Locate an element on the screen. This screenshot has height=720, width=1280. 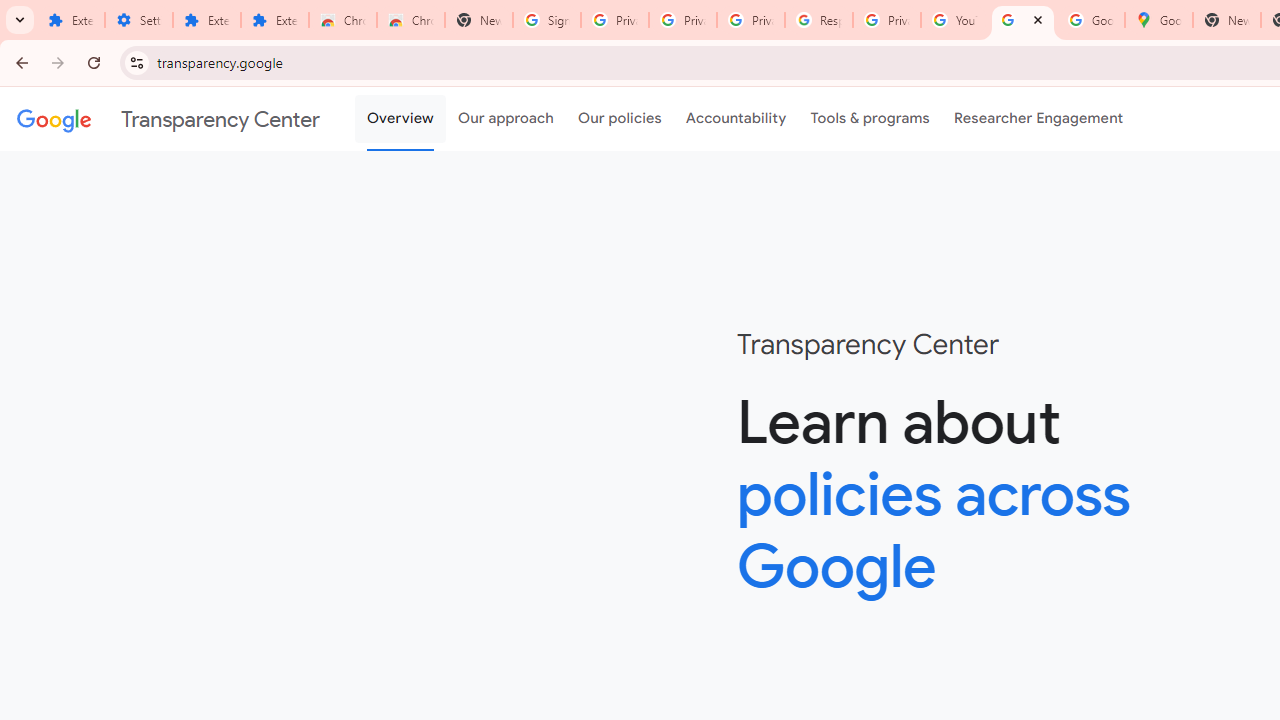
'Tools & programs' is located at coordinates (869, 119).